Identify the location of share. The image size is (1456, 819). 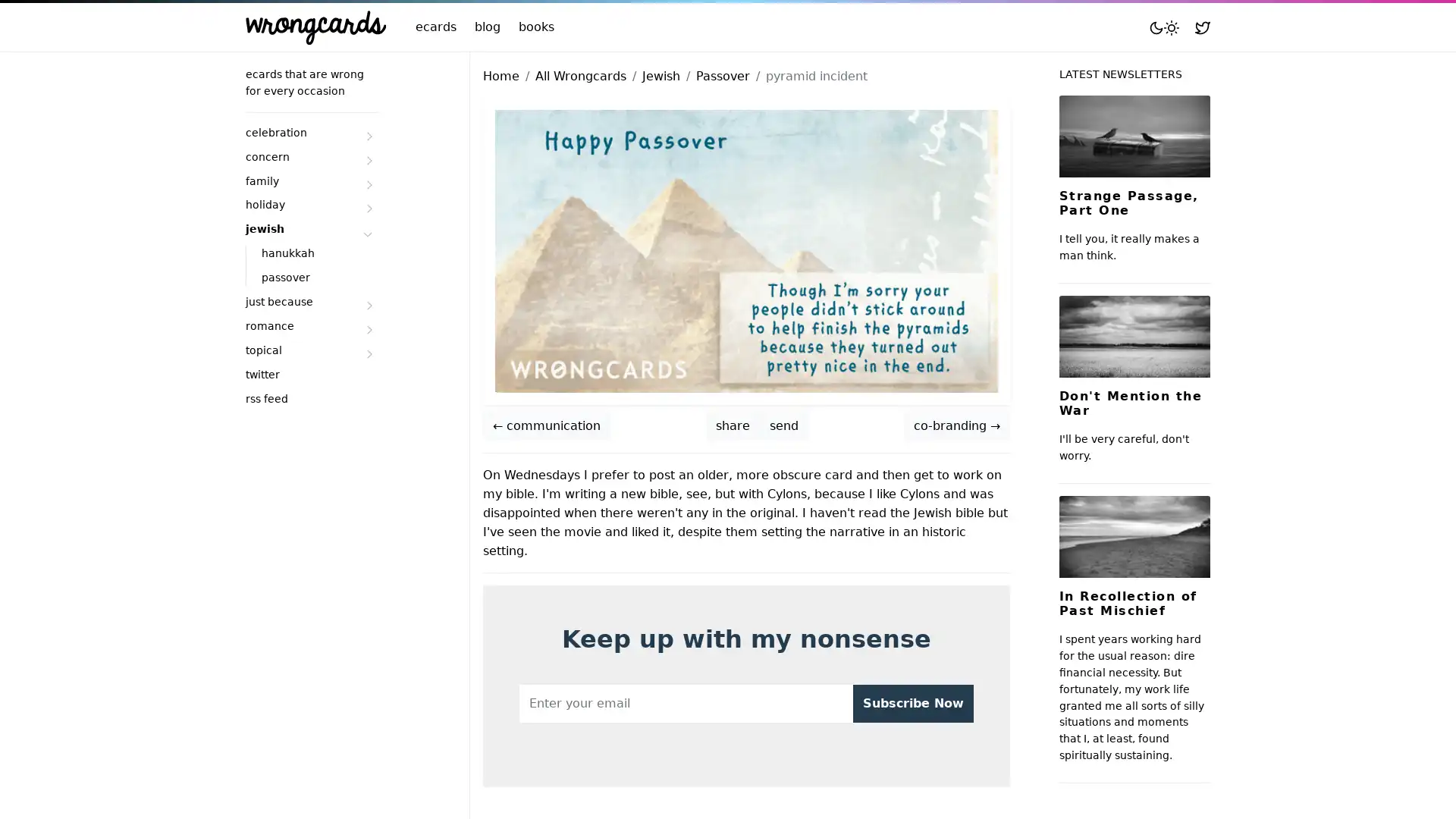
(732, 425).